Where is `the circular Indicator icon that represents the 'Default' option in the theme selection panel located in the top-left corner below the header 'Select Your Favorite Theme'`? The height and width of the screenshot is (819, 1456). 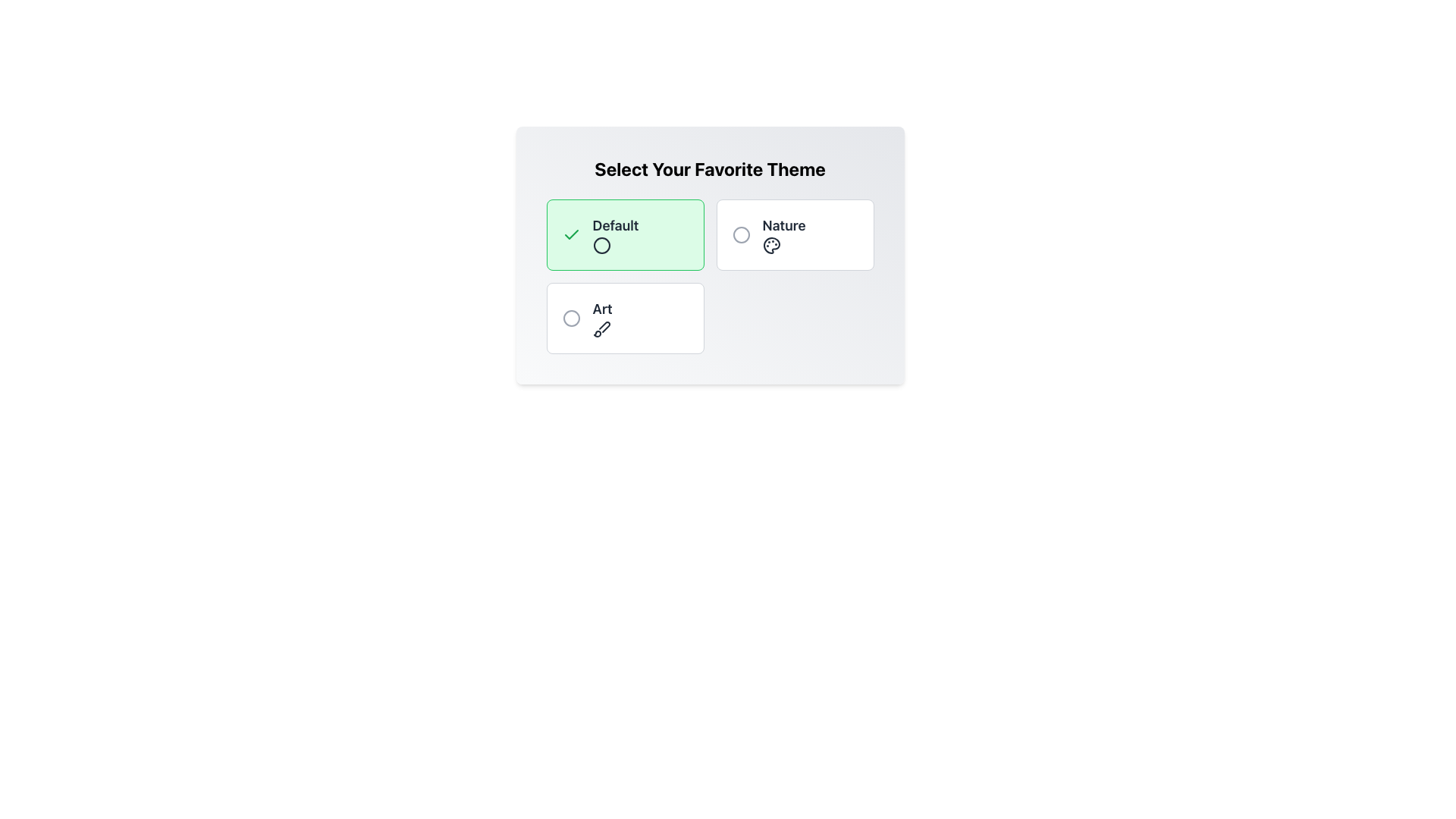 the circular Indicator icon that represents the 'Default' option in the theme selection panel located in the top-left corner below the header 'Select Your Favorite Theme' is located at coordinates (601, 245).